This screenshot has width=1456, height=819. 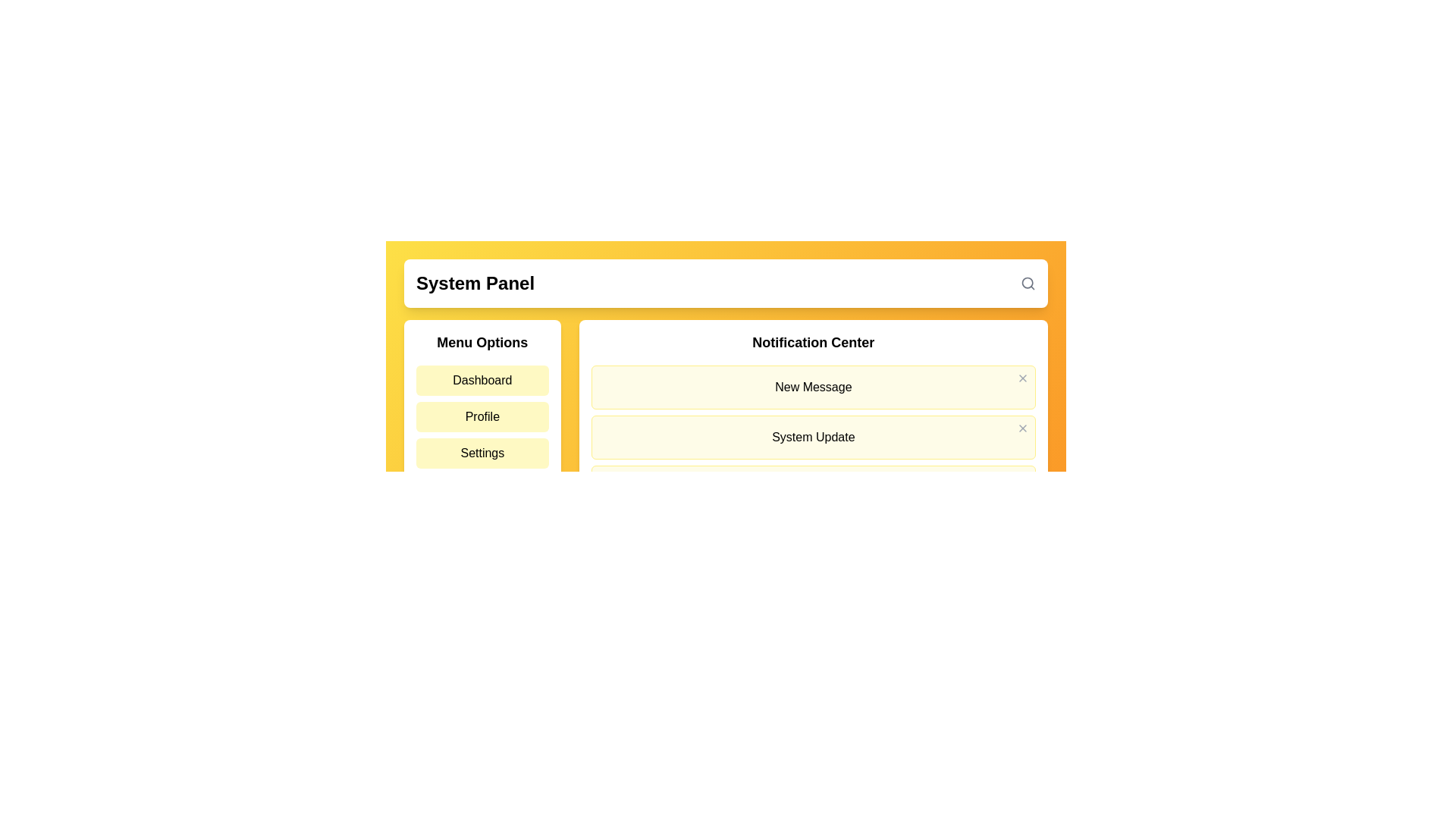 I want to click on the static text label that serves as the header for the menu options, located at the top of the left panel above 'Dashboard', 'Profile', and 'Settings', so click(x=482, y=342).